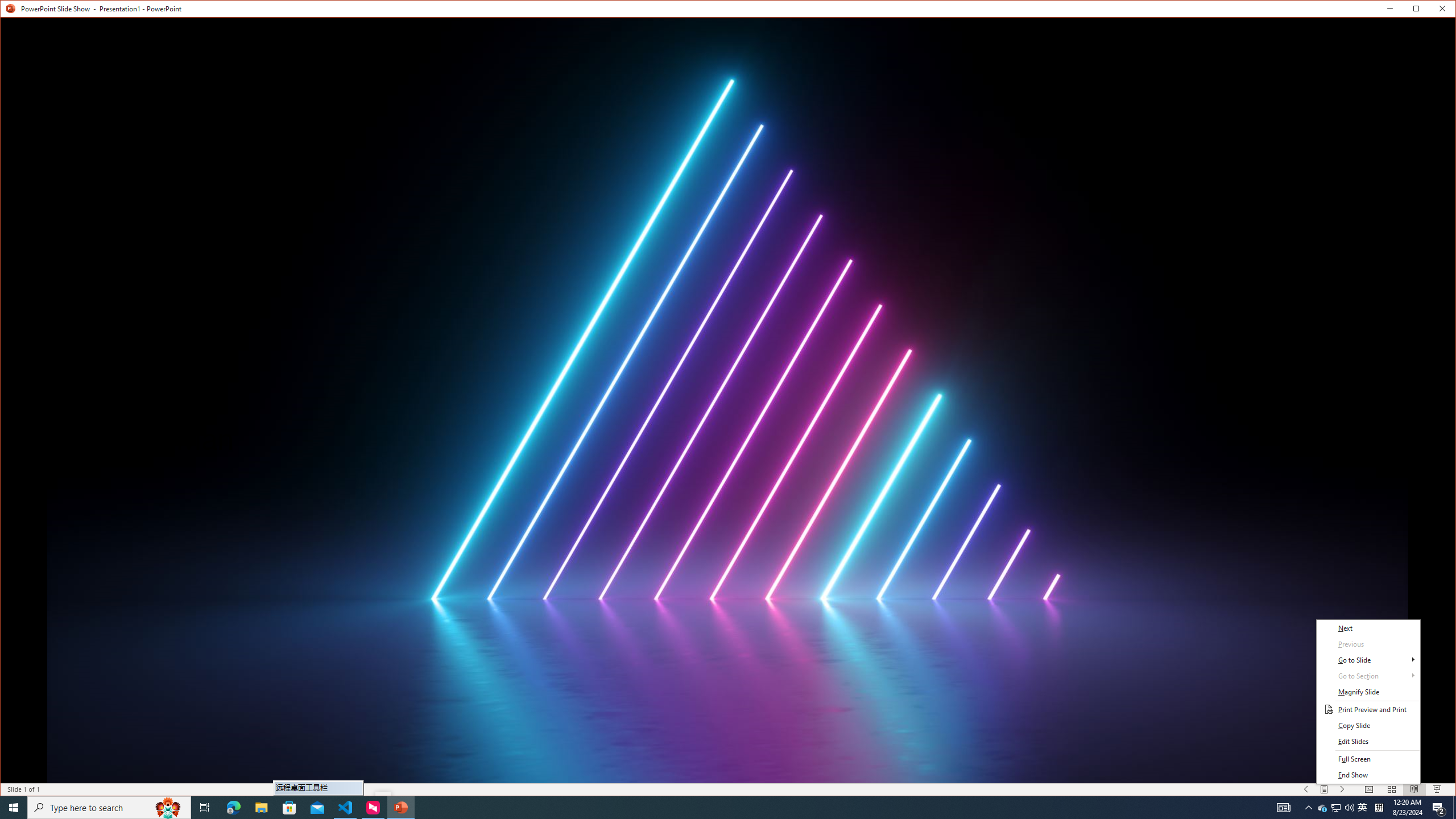  Describe the element at coordinates (109, 806) in the screenshot. I see `'Type here to search'` at that location.